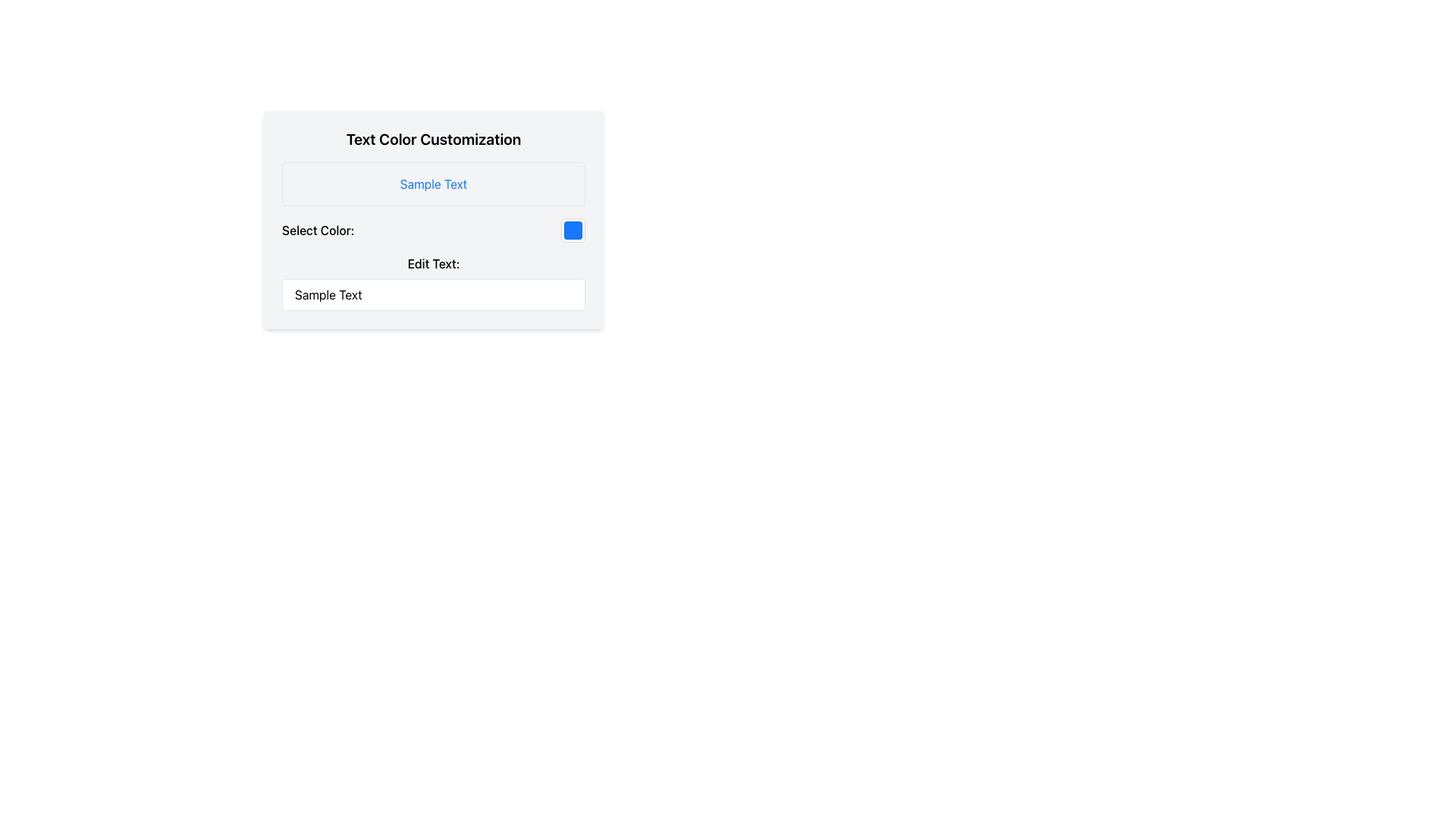 The width and height of the screenshot is (1456, 819). What do you see at coordinates (432, 184) in the screenshot?
I see `the Text Display Area that contains the text 'Sample Text' in a blue font color, which is positioned under the title 'Text Color Customization'` at bounding box center [432, 184].